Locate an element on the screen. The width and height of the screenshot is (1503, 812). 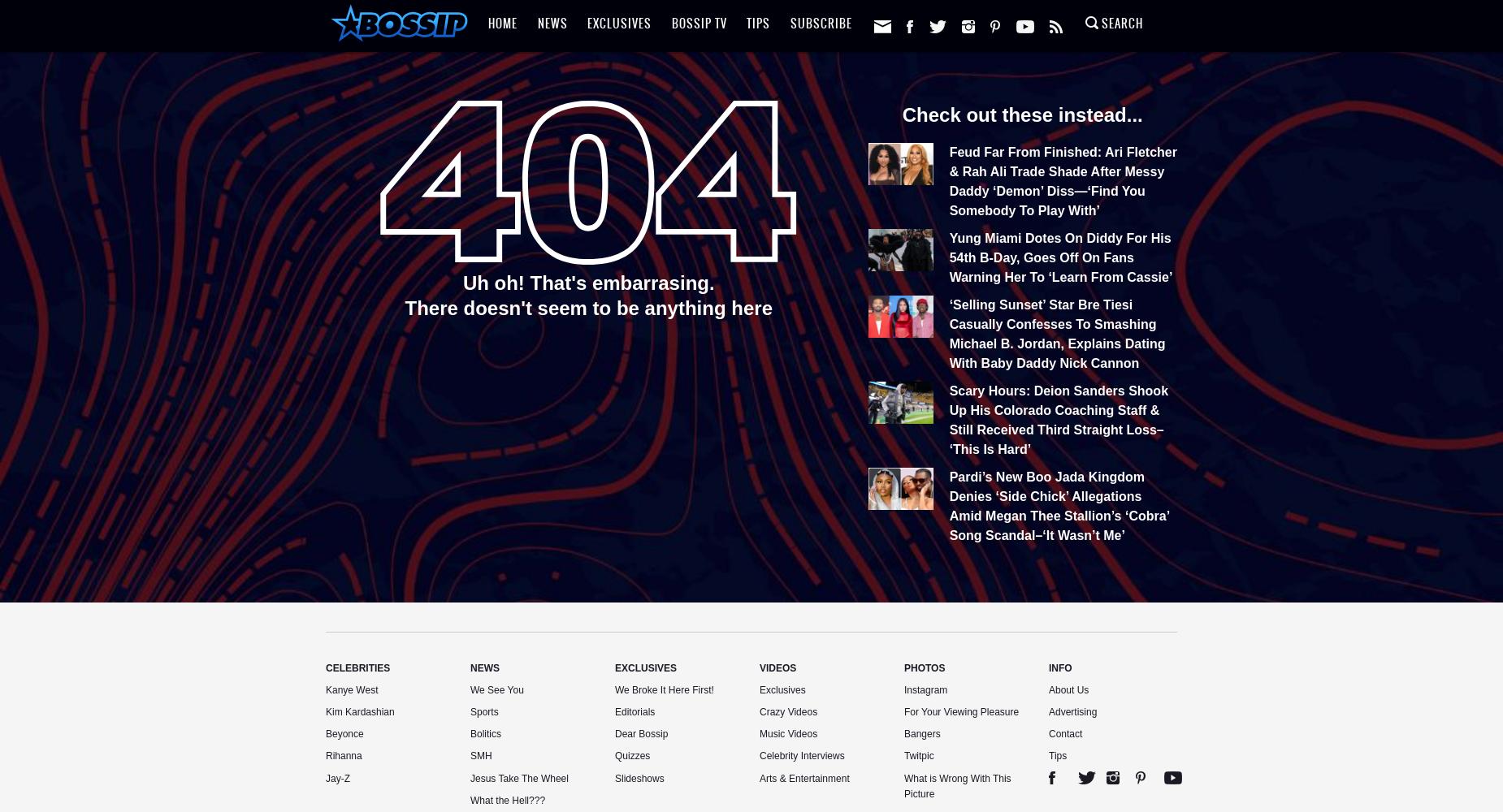
'Editorials' is located at coordinates (635, 711).